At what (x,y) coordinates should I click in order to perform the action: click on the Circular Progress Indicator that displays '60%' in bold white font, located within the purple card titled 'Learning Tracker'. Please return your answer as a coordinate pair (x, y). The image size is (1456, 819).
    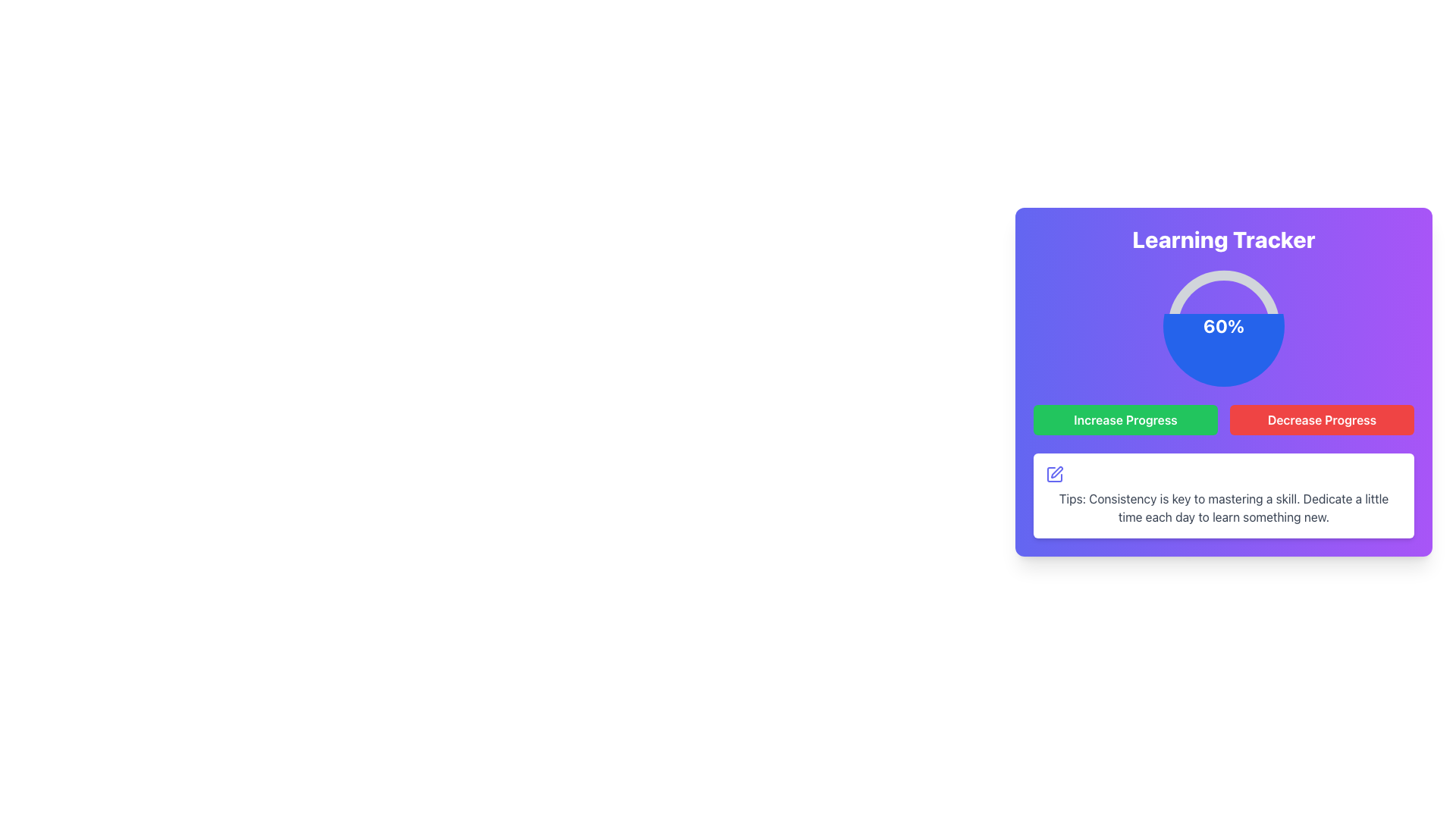
    Looking at the image, I should click on (1223, 325).